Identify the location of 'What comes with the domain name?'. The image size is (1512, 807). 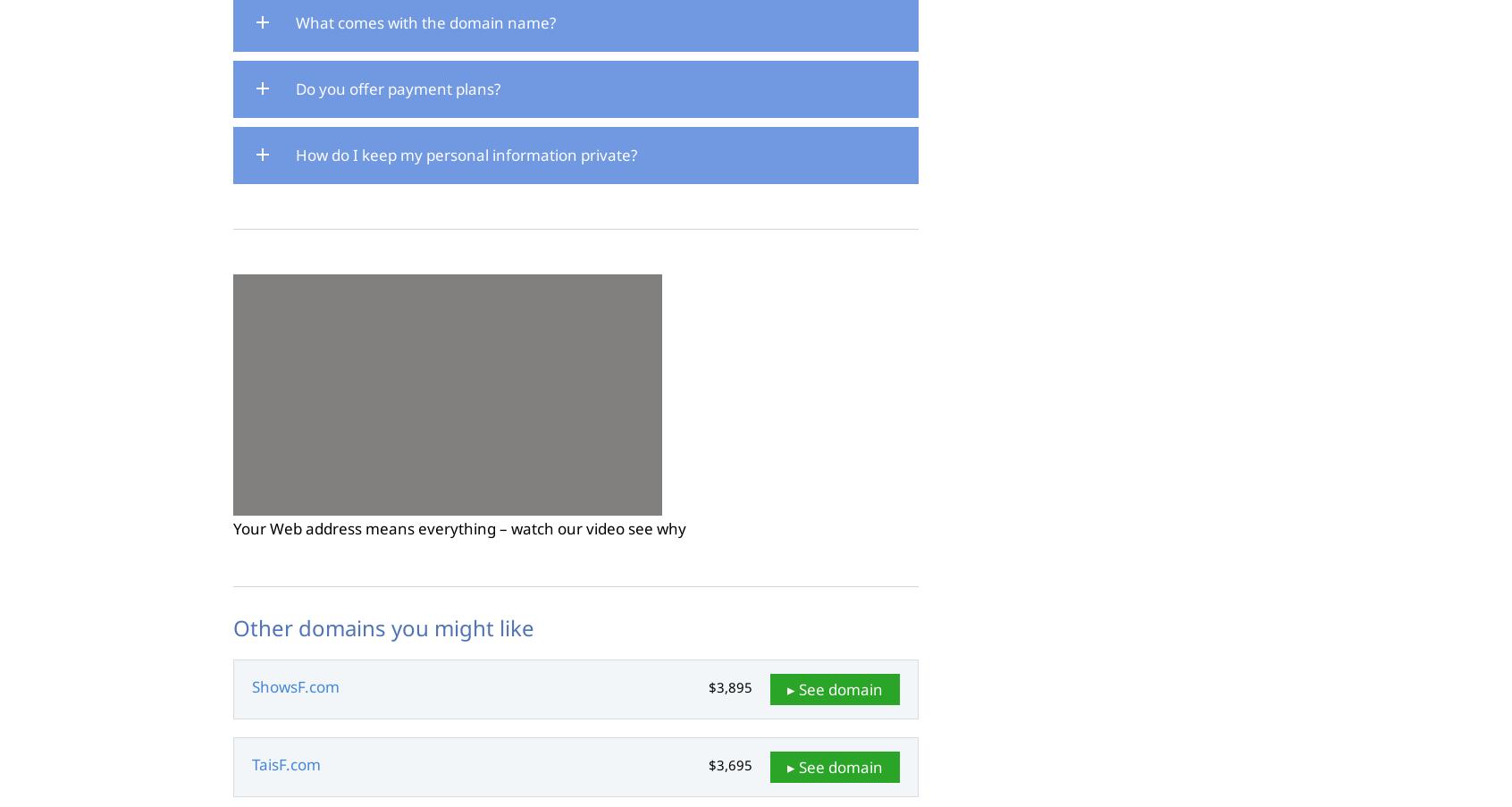
(294, 21).